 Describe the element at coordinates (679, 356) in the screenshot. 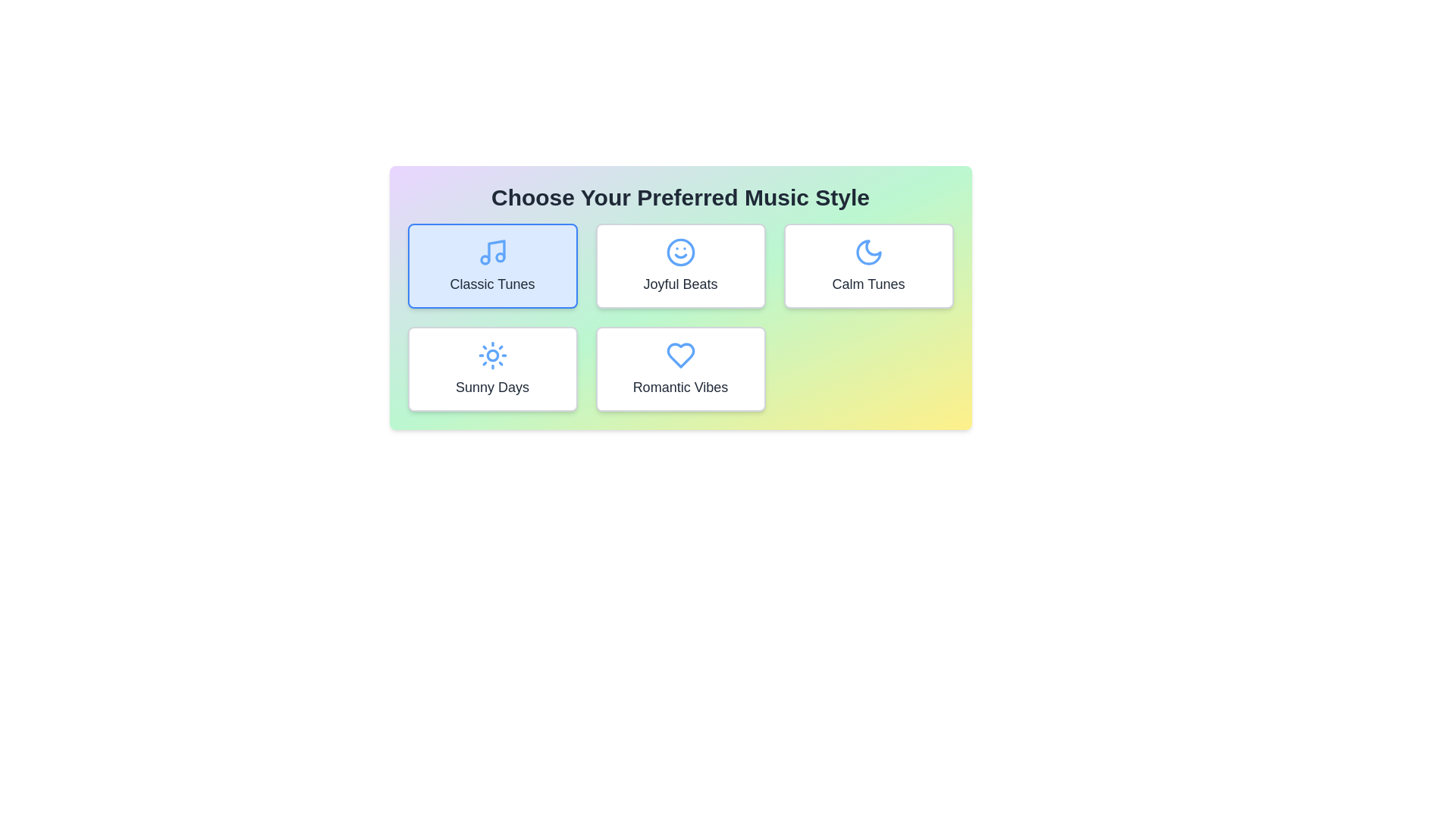

I see `the heart-shaped icon styled in vivid blue, located at the top of the 'Romantic Vibes' card` at that location.